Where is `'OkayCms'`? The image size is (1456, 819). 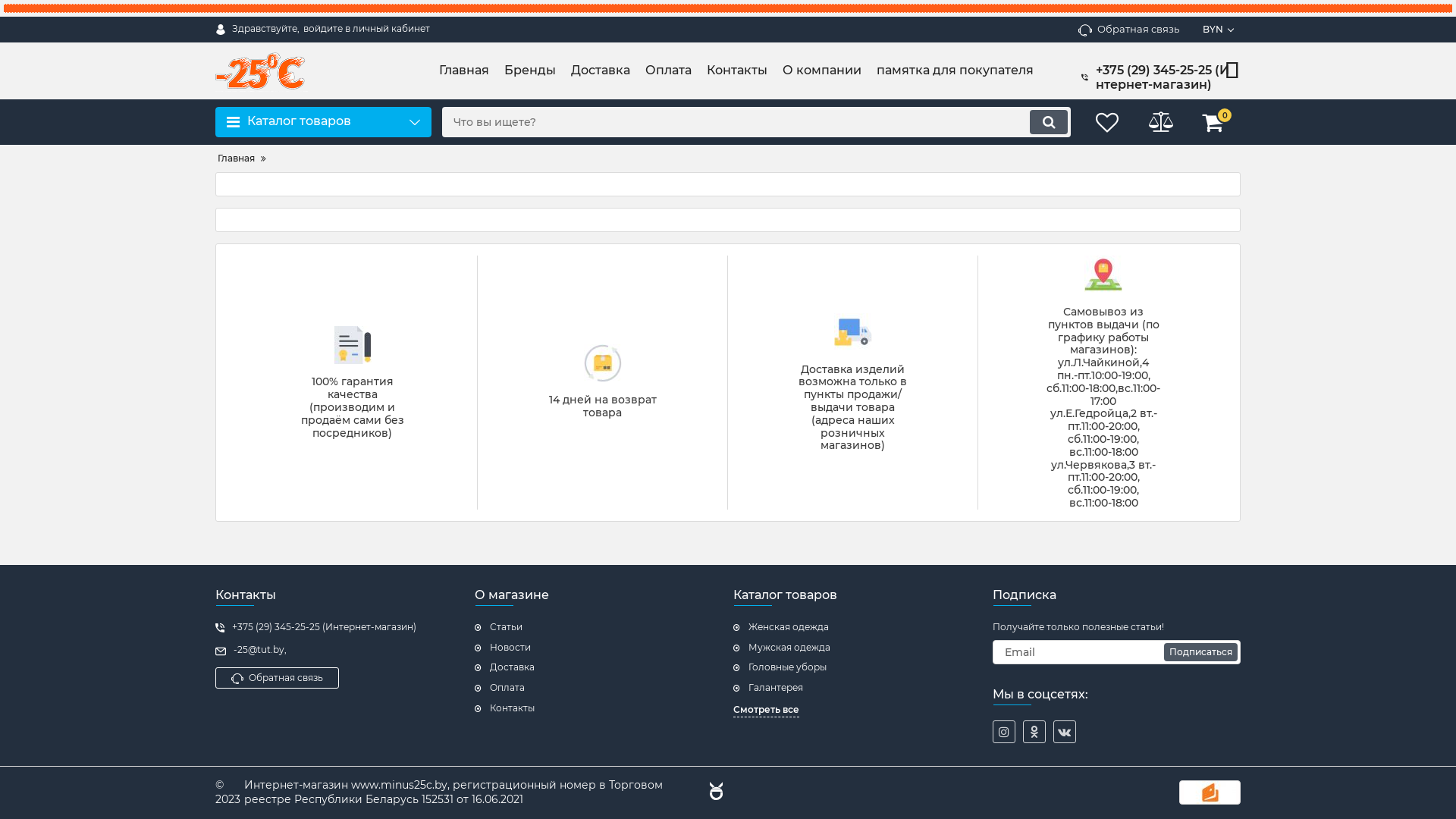 'OkayCms' is located at coordinates (713, 792).